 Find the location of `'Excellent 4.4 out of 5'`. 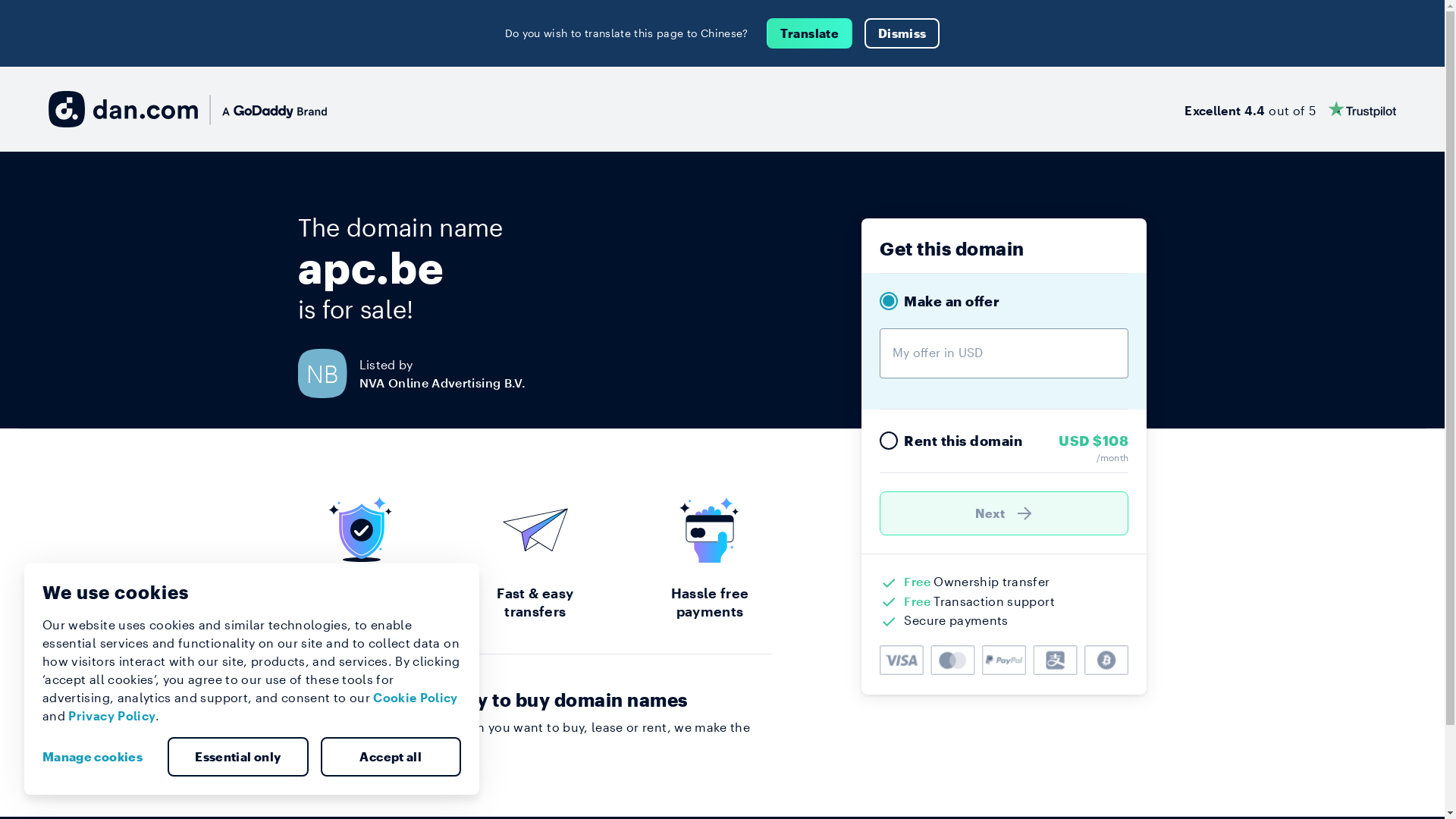

'Excellent 4.4 out of 5' is located at coordinates (1289, 108).